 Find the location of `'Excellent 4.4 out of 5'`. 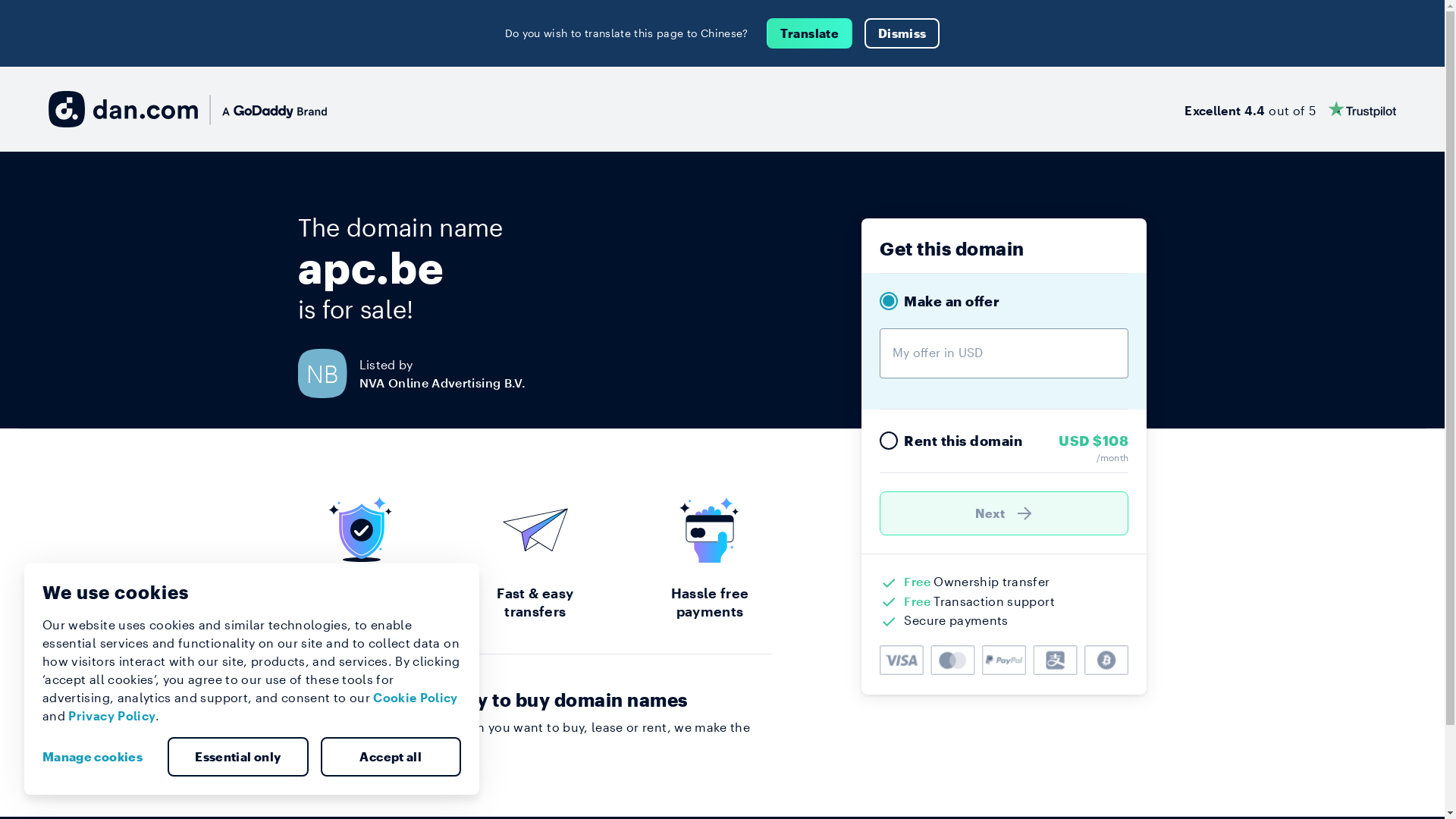

'Excellent 4.4 out of 5' is located at coordinates (1289, 108).